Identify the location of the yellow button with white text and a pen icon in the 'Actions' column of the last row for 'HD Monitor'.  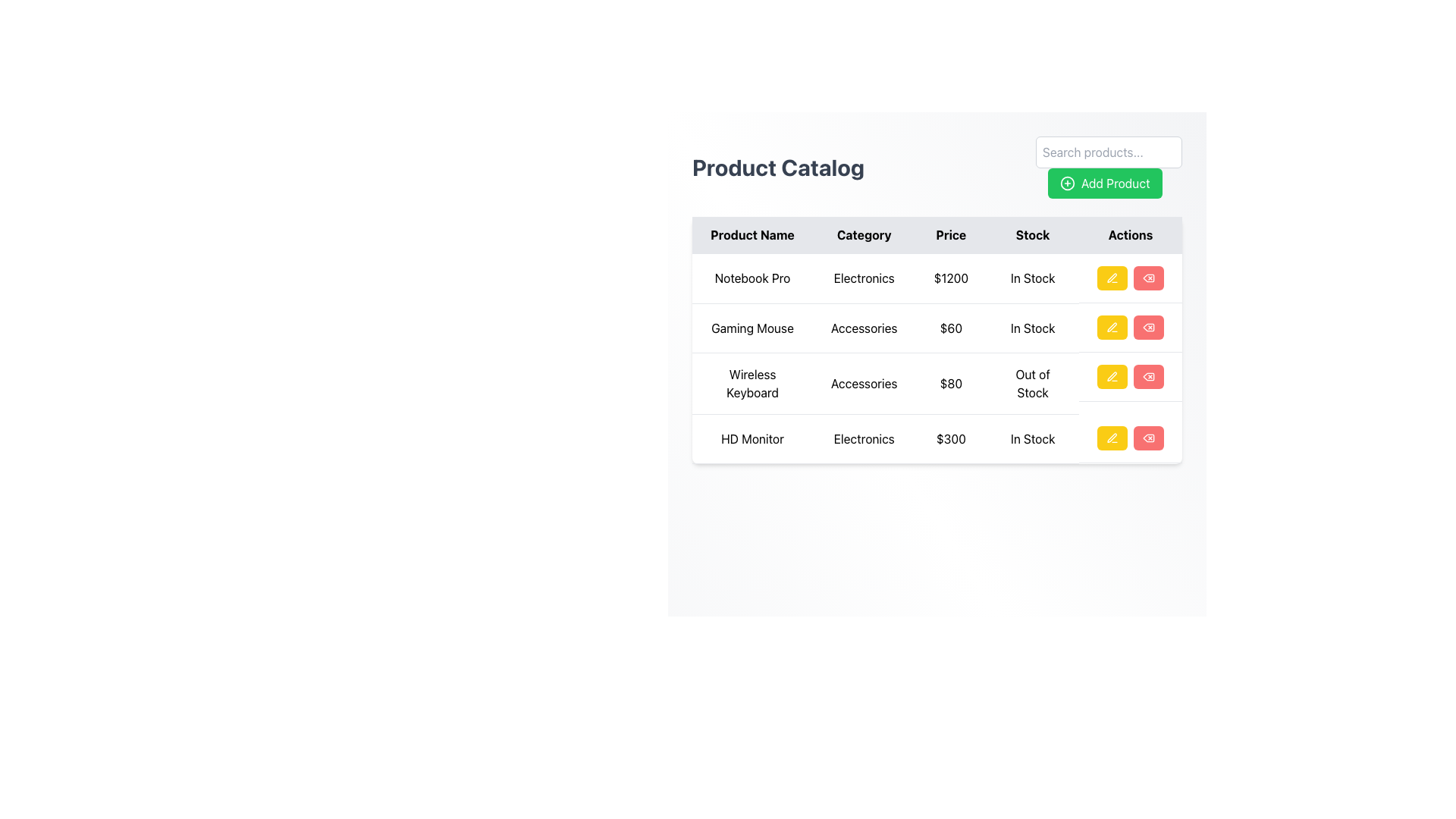
(1112, 438).